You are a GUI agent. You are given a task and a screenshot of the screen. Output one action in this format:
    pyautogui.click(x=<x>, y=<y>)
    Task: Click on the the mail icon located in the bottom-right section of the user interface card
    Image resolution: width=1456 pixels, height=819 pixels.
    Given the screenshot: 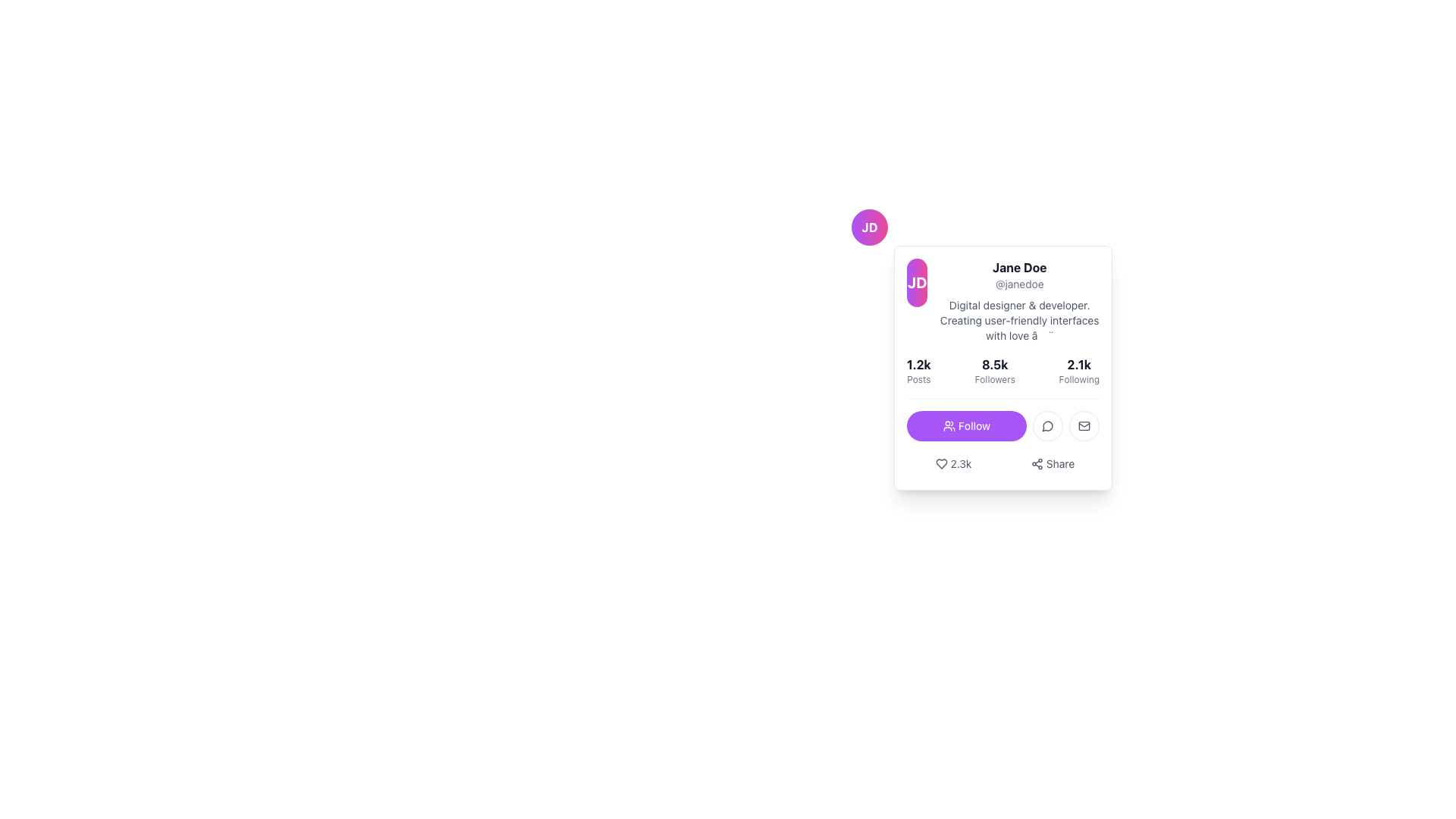 What is the action you would take?
    pyautogui.click(x=1084, y=426)
    